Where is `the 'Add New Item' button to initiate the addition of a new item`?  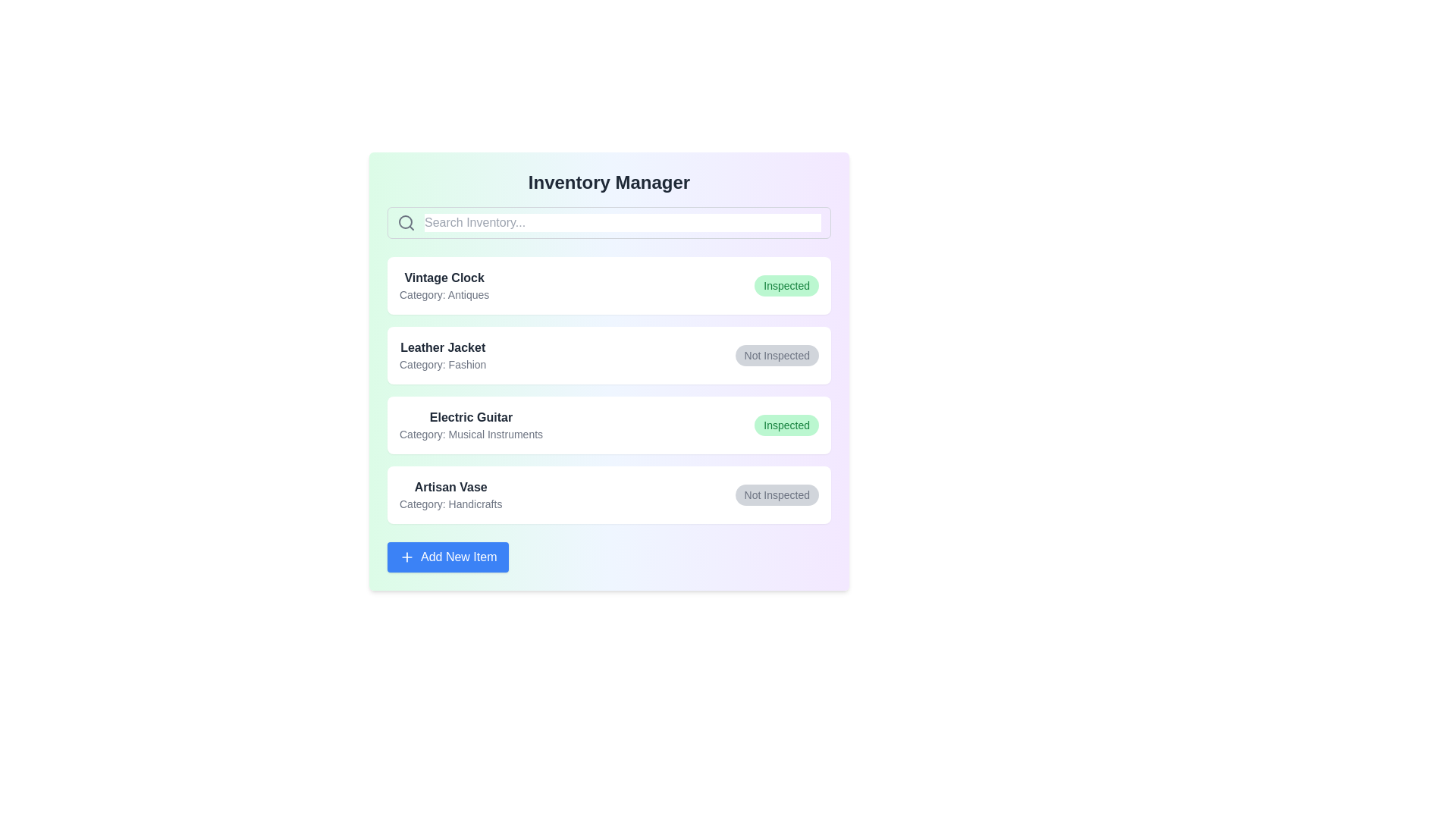
the 'Add New Item' button to initiate the addition of a new item is located at coordinates (447, 557).